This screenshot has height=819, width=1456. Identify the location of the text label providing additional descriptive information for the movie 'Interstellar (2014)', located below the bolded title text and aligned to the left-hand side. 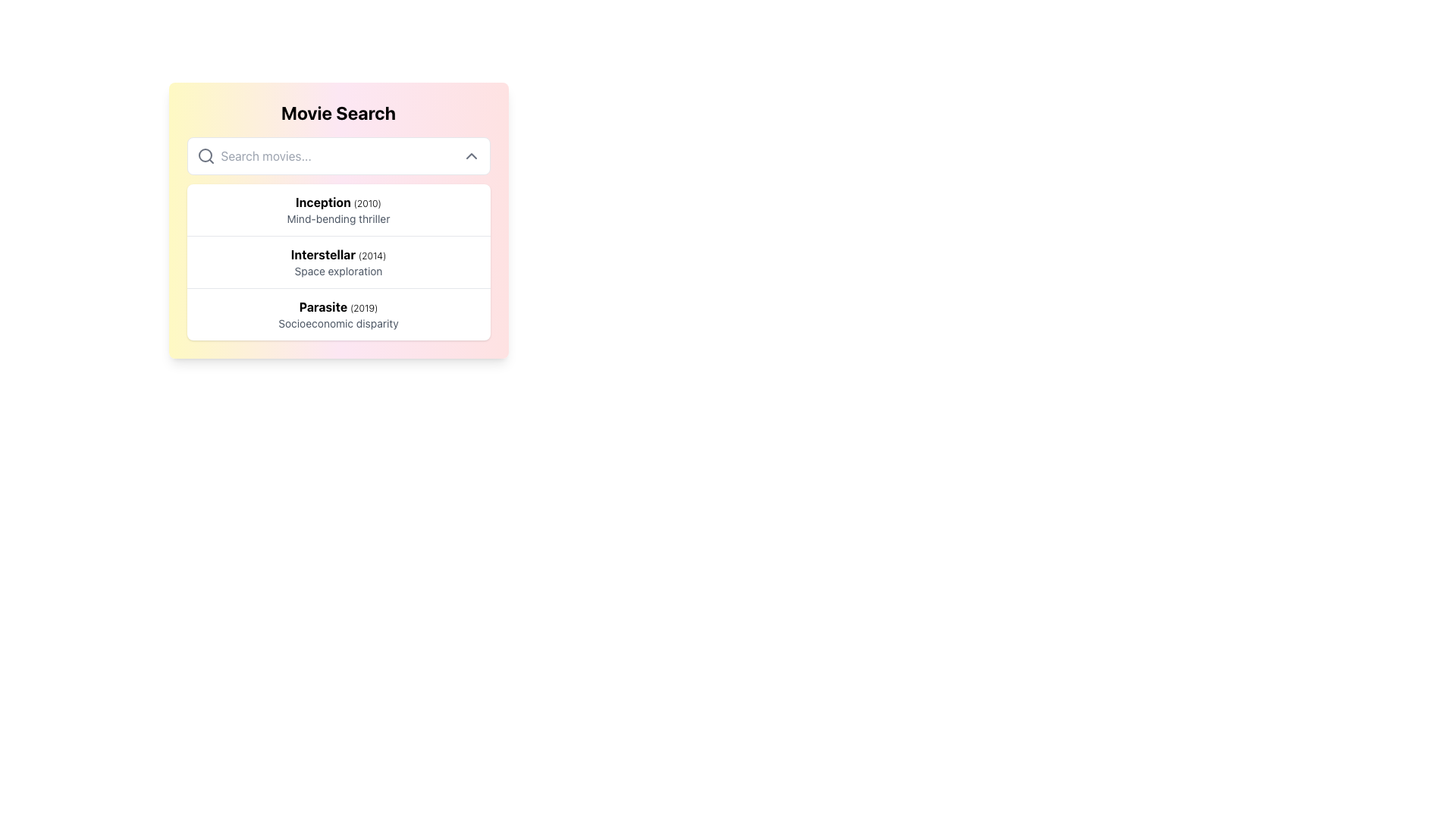
(337, 271).